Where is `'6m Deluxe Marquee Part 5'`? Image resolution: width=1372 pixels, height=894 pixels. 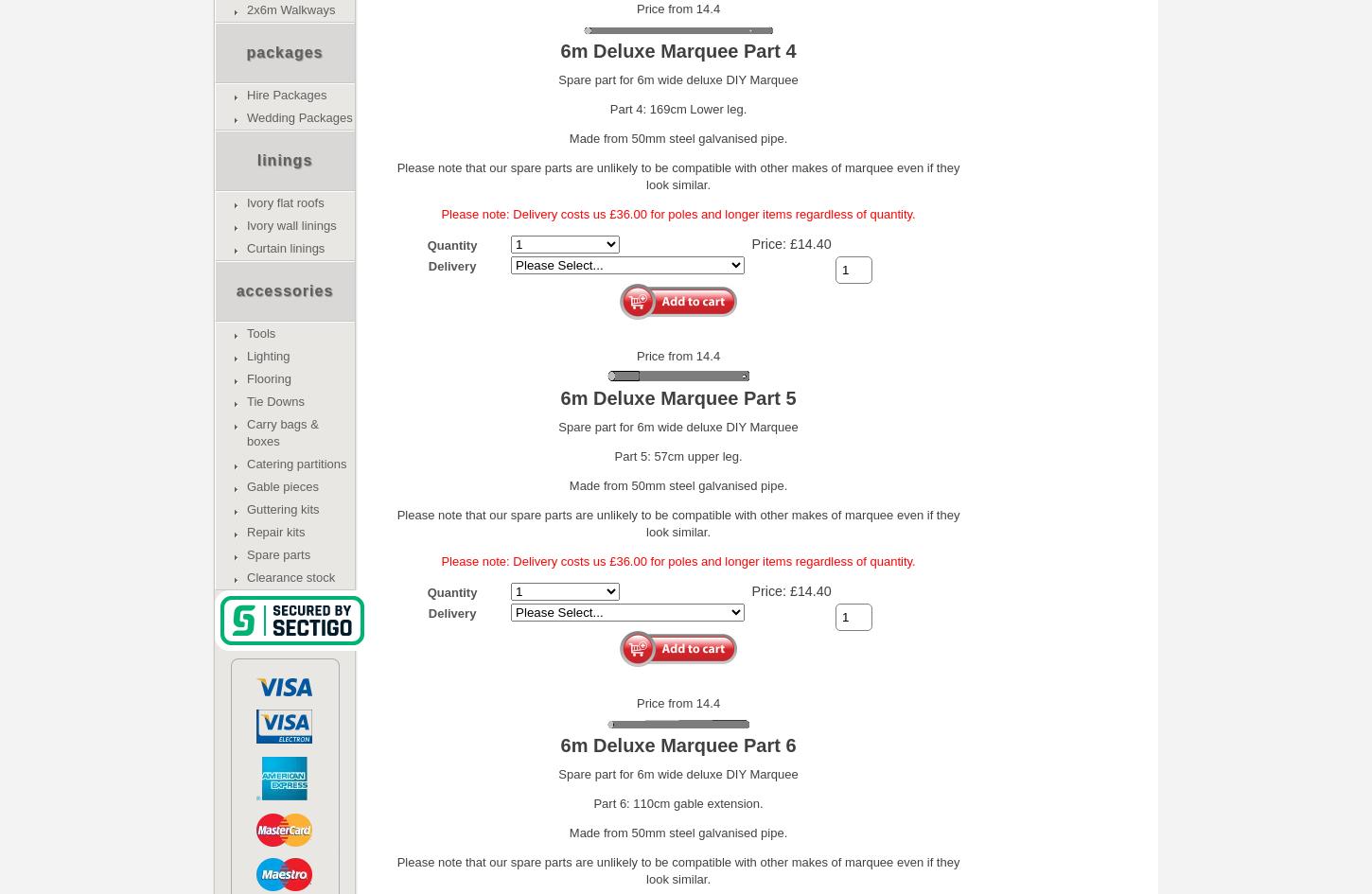 '6m Deluxe Marquee Part 5' is located at coordinates (677, 396).